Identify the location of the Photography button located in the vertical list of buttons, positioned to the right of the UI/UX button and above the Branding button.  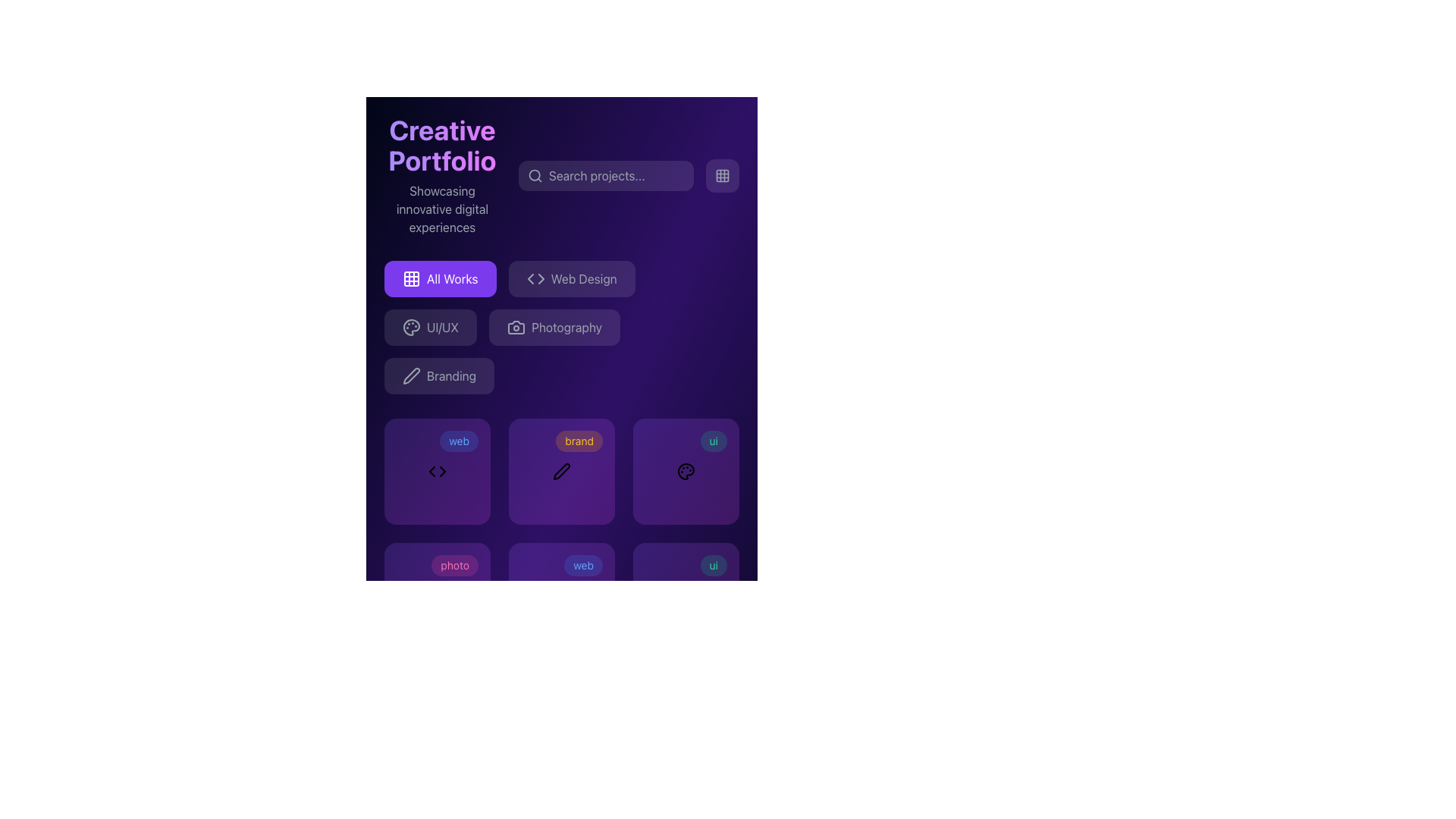
(554, 327).